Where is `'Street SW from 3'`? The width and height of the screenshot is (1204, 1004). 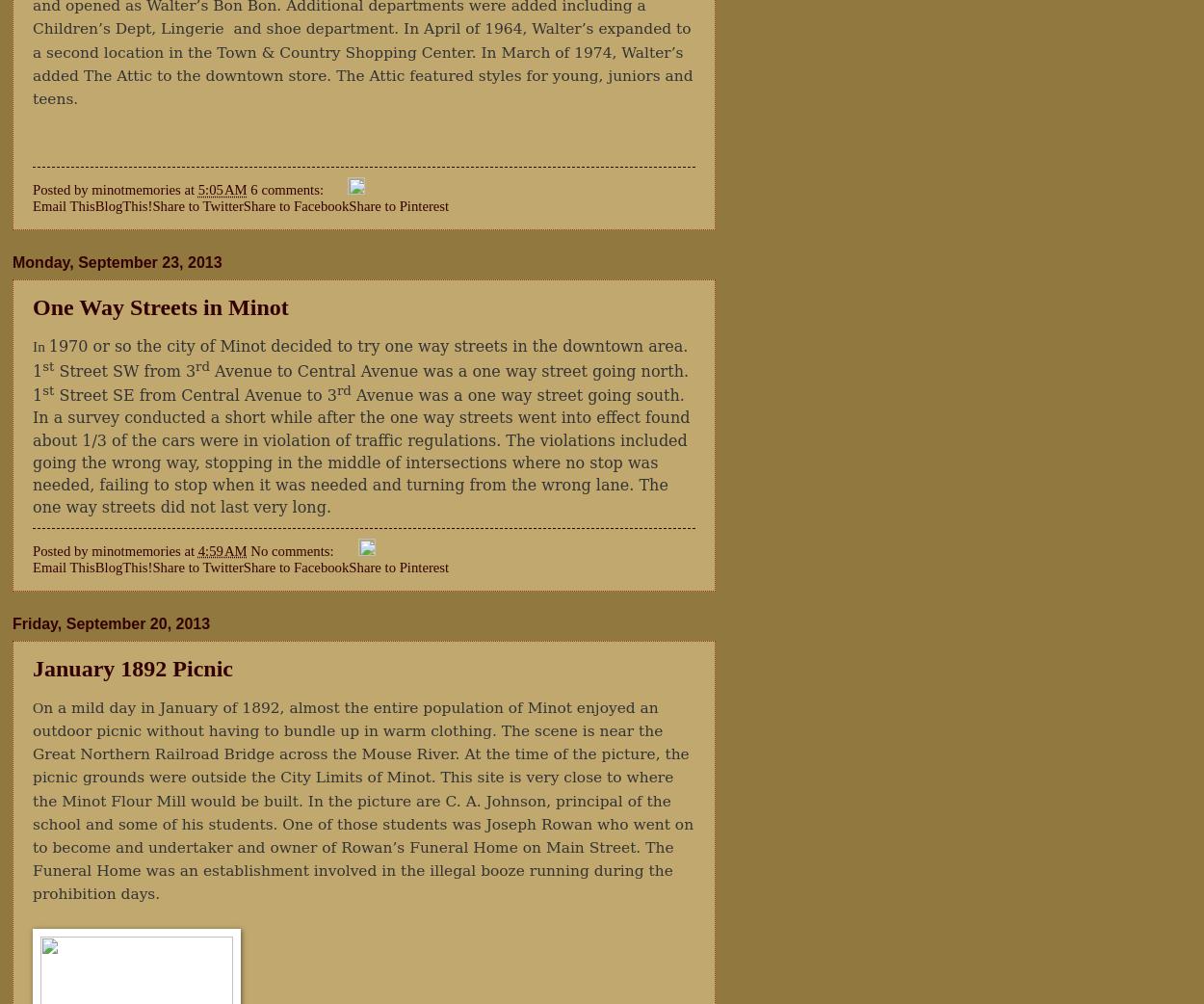
'Street SW from 3' is located at coordinates (124, 369).